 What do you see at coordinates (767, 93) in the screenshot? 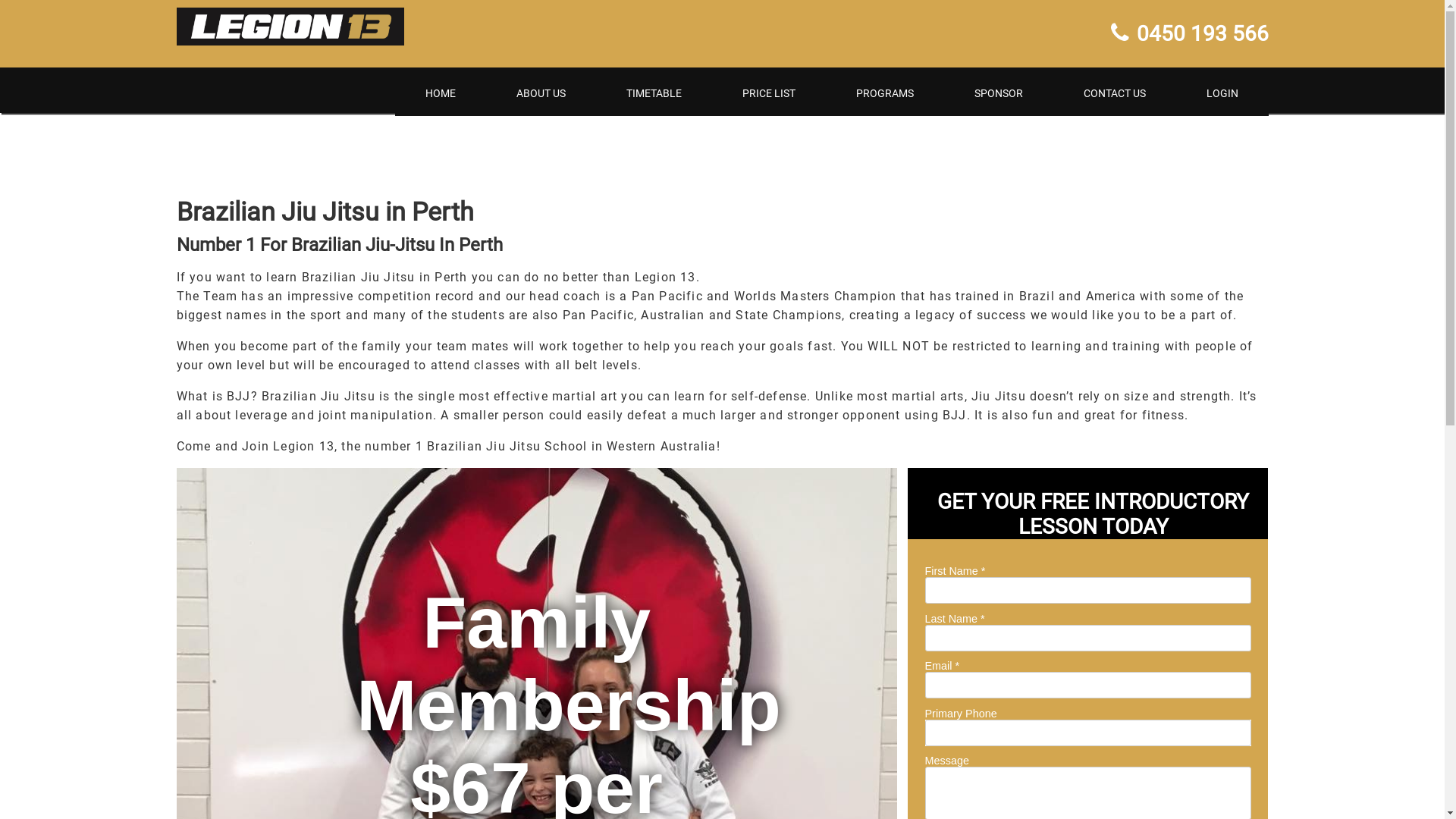
I see `'PRICE LIST'` at bounding box center [767, 93].